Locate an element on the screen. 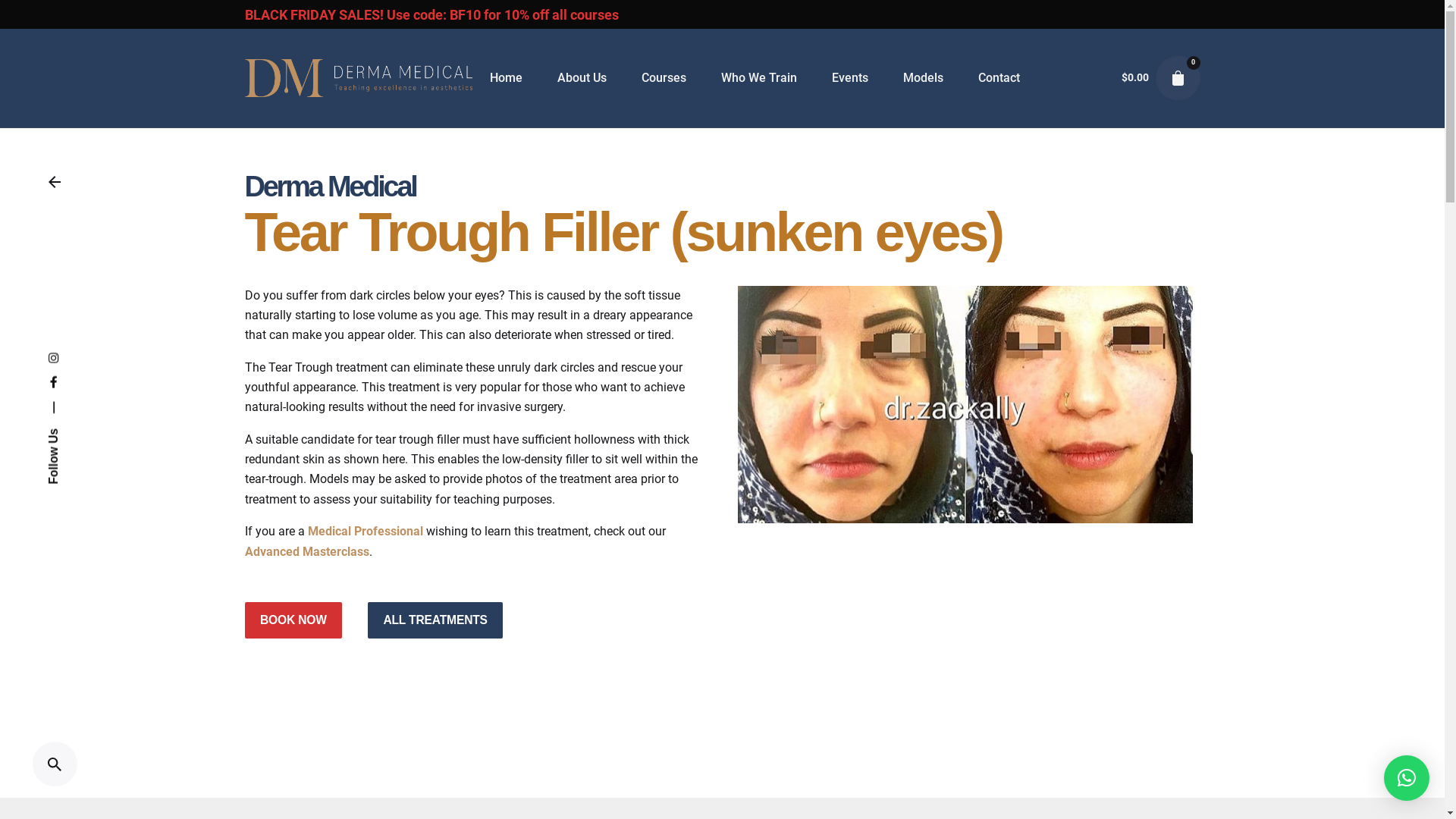  'About Us' is located at coordinates (581, 78).